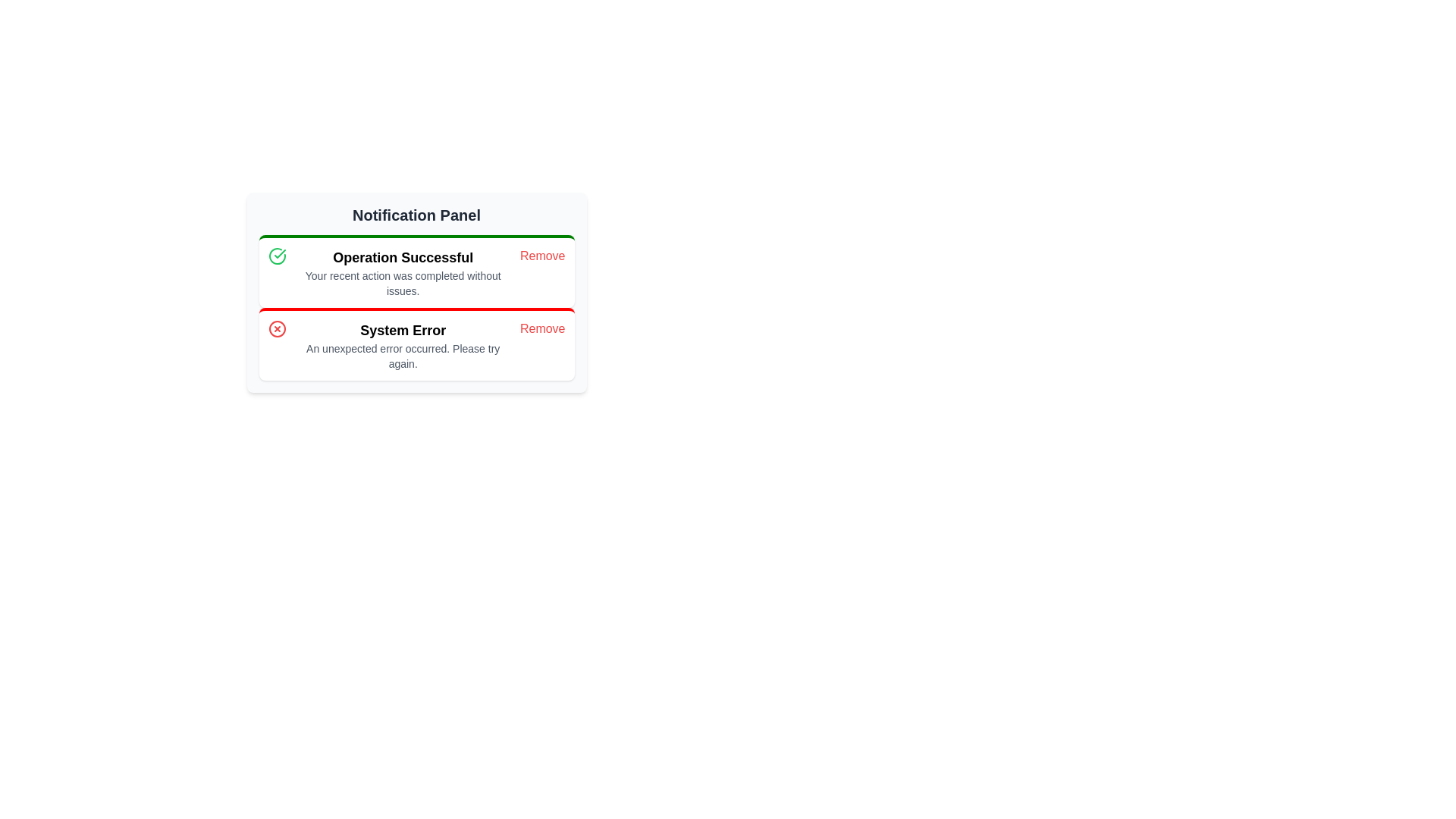 This screenshot has height=819, width=1456. What do you see at coordinates (403, 256) in the screenshot?
I see `the success notification title text label that summarizes the outcome of the user's action, located in the green-bordered area above the descriptive text` at bounding box center [403, 256].